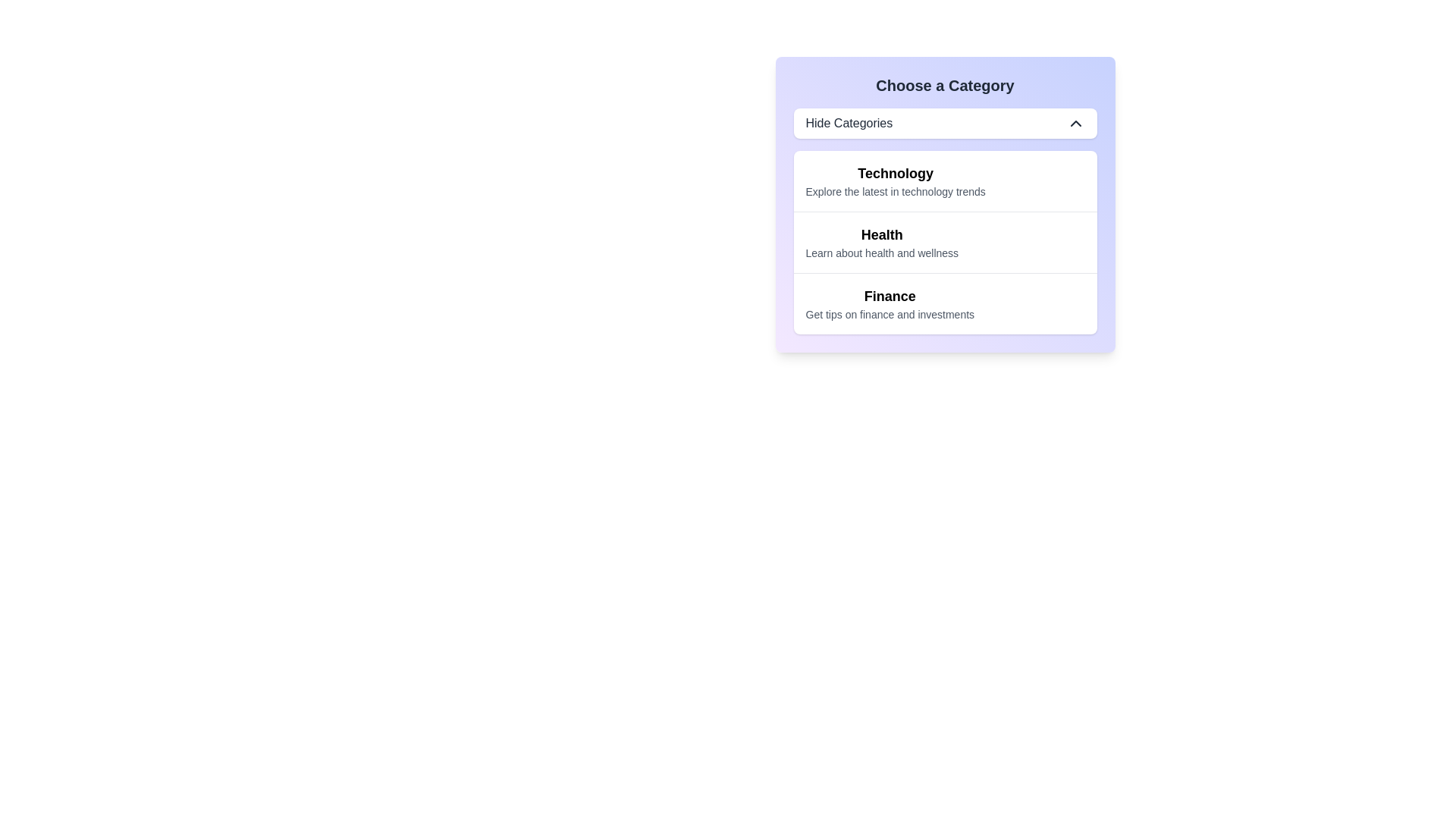  What do you see at coordinates (896, 180) in the screenshot?
I see `the top entry in the category list labeled 'Technology'` at bounding box center [896, 180].